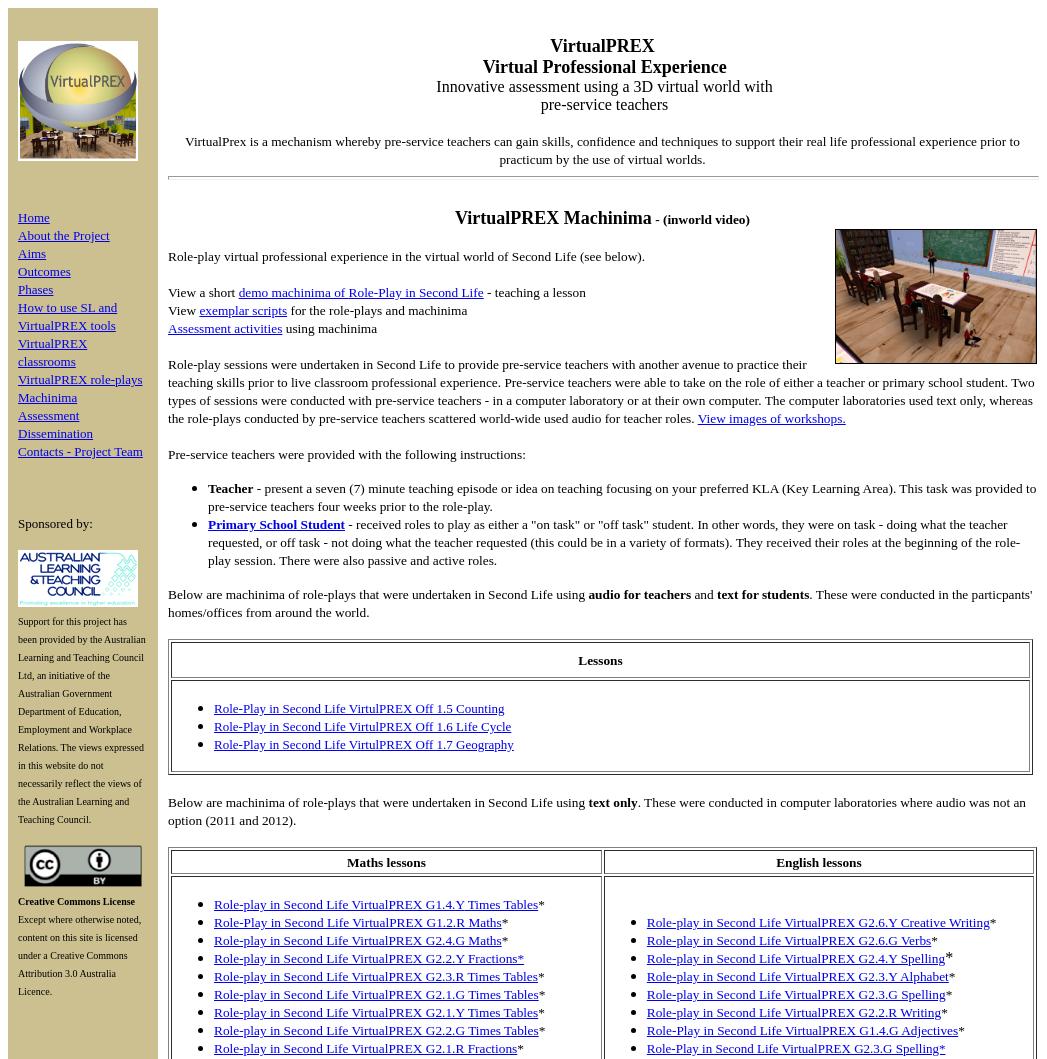 The height and width of the screenshot is (1059, 1047). I want to click on 'and', so click(702, 593).